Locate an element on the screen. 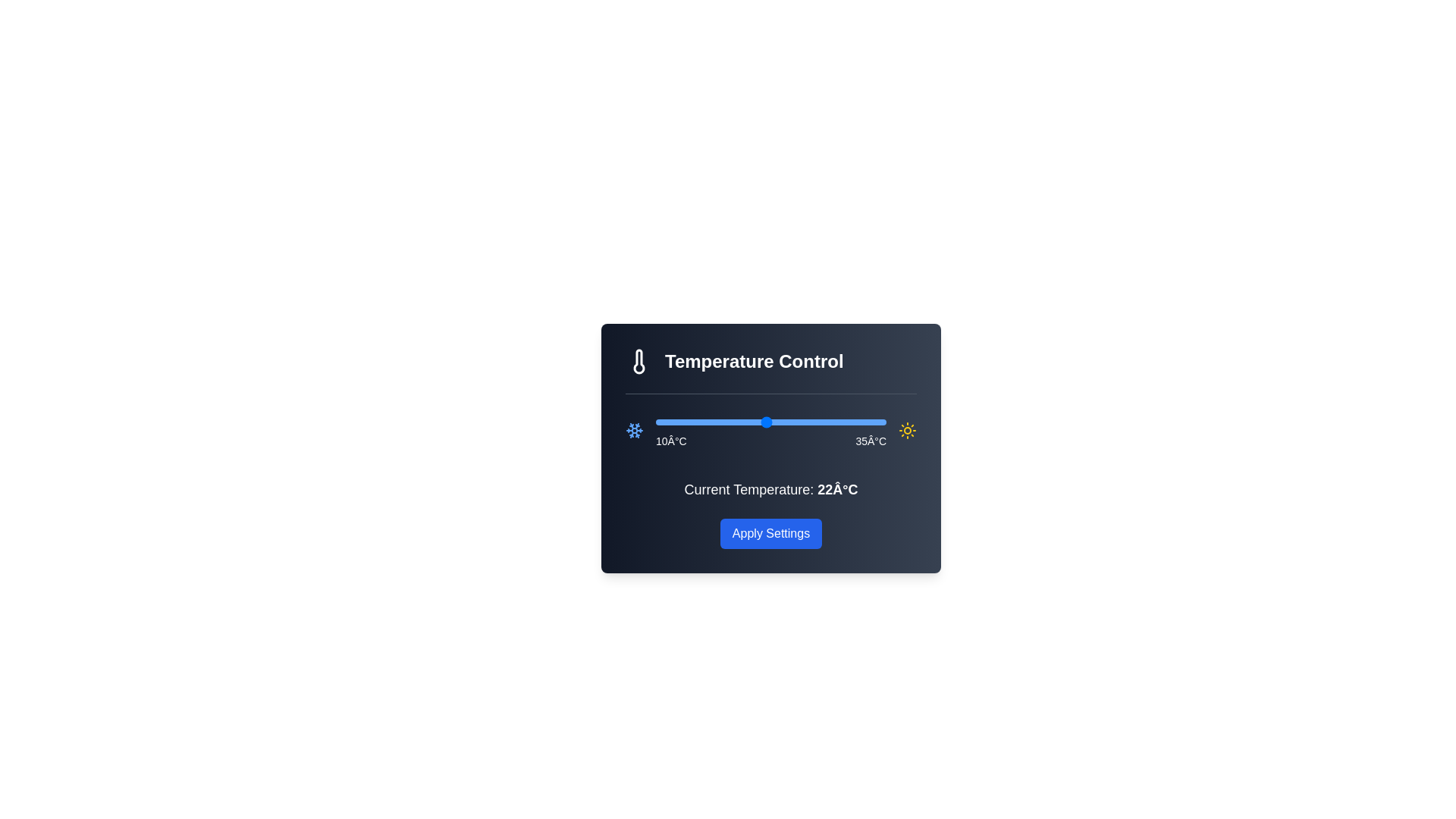  the temperature slider to set it to 34°C is located at coordinates (877, 422).